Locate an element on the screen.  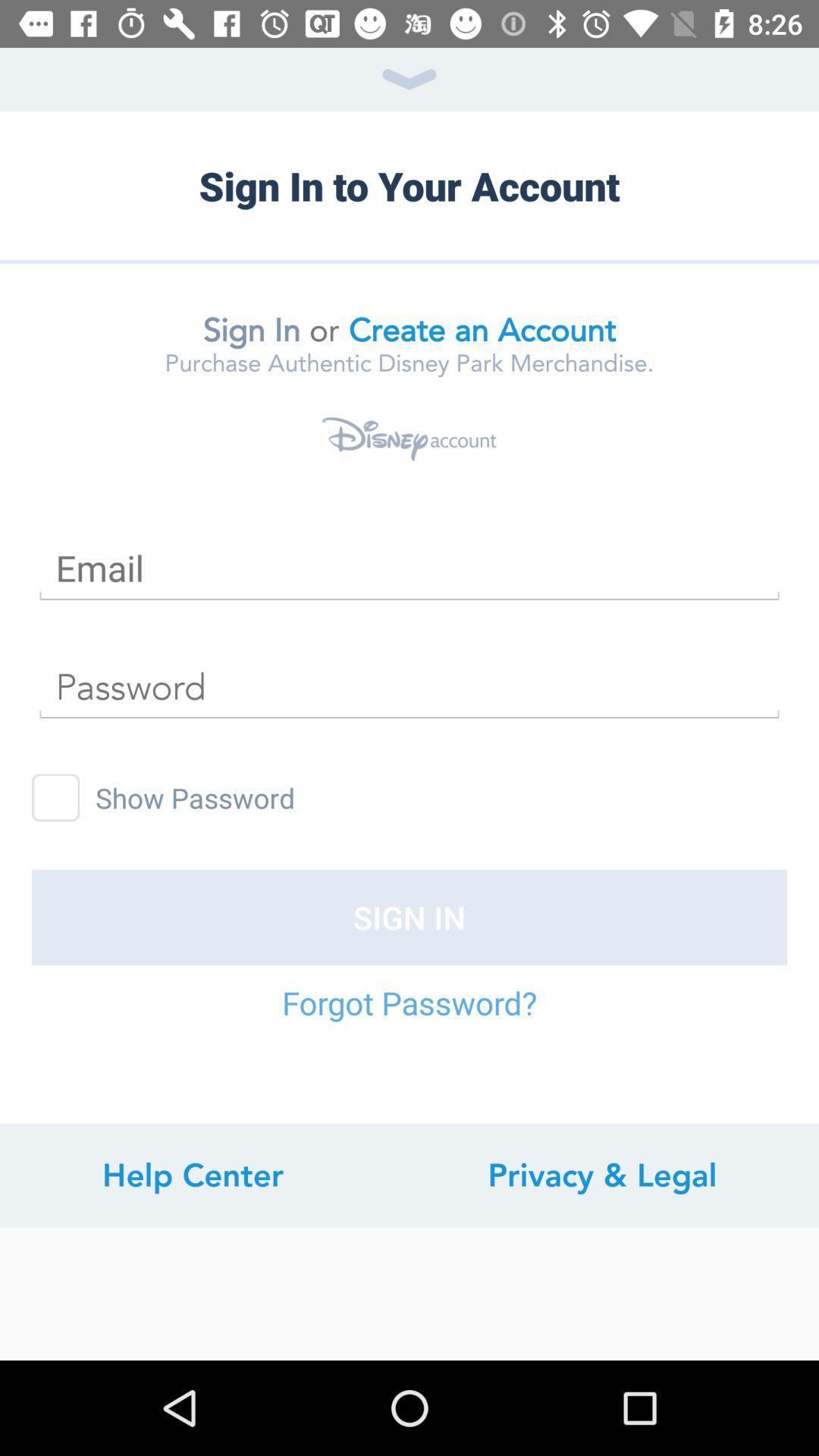
the icon below sign in is located at coordinates (409, 1018).